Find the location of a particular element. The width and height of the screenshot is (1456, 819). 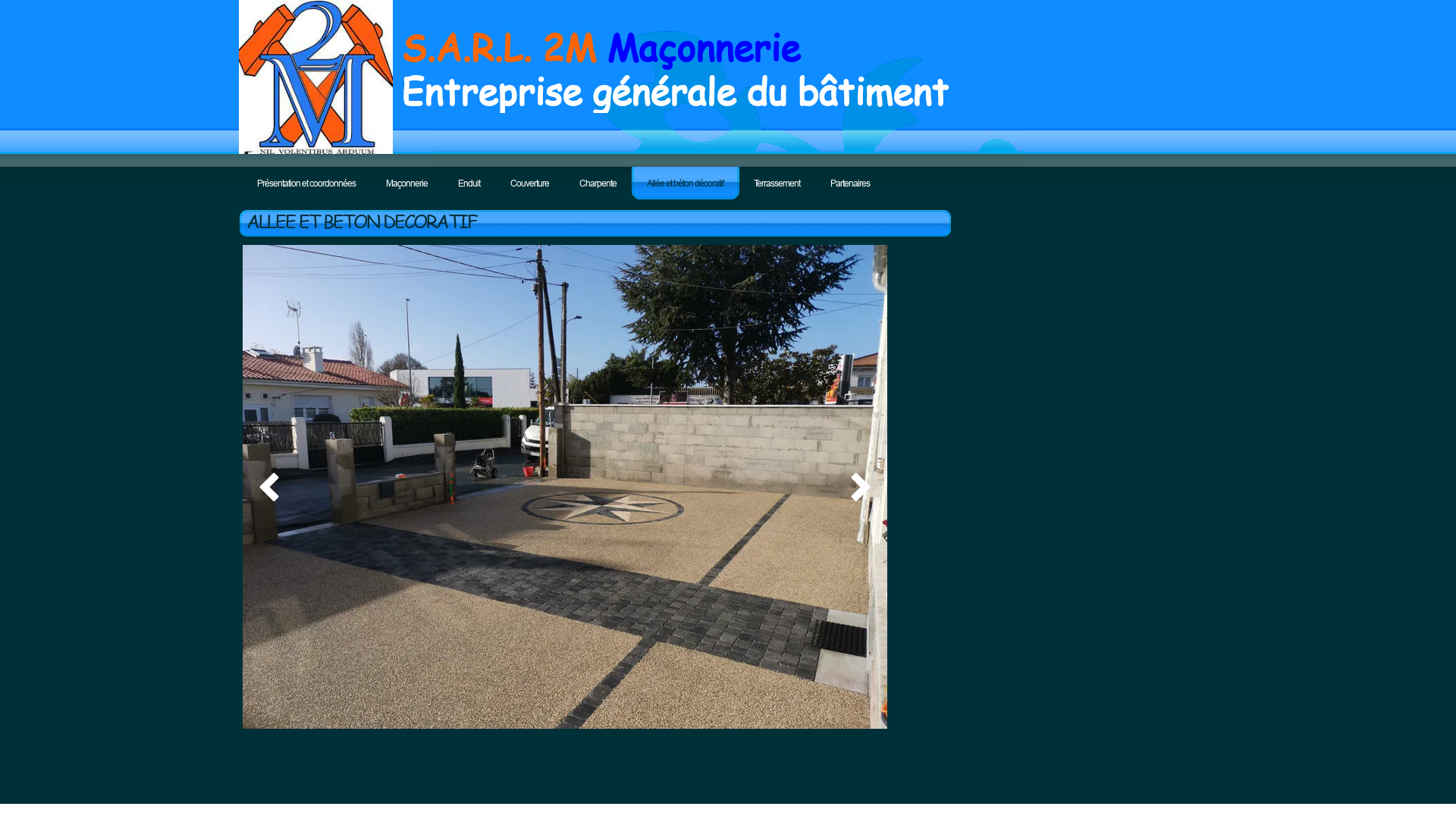

'Terrassement' is located at coordinates (777, 182).